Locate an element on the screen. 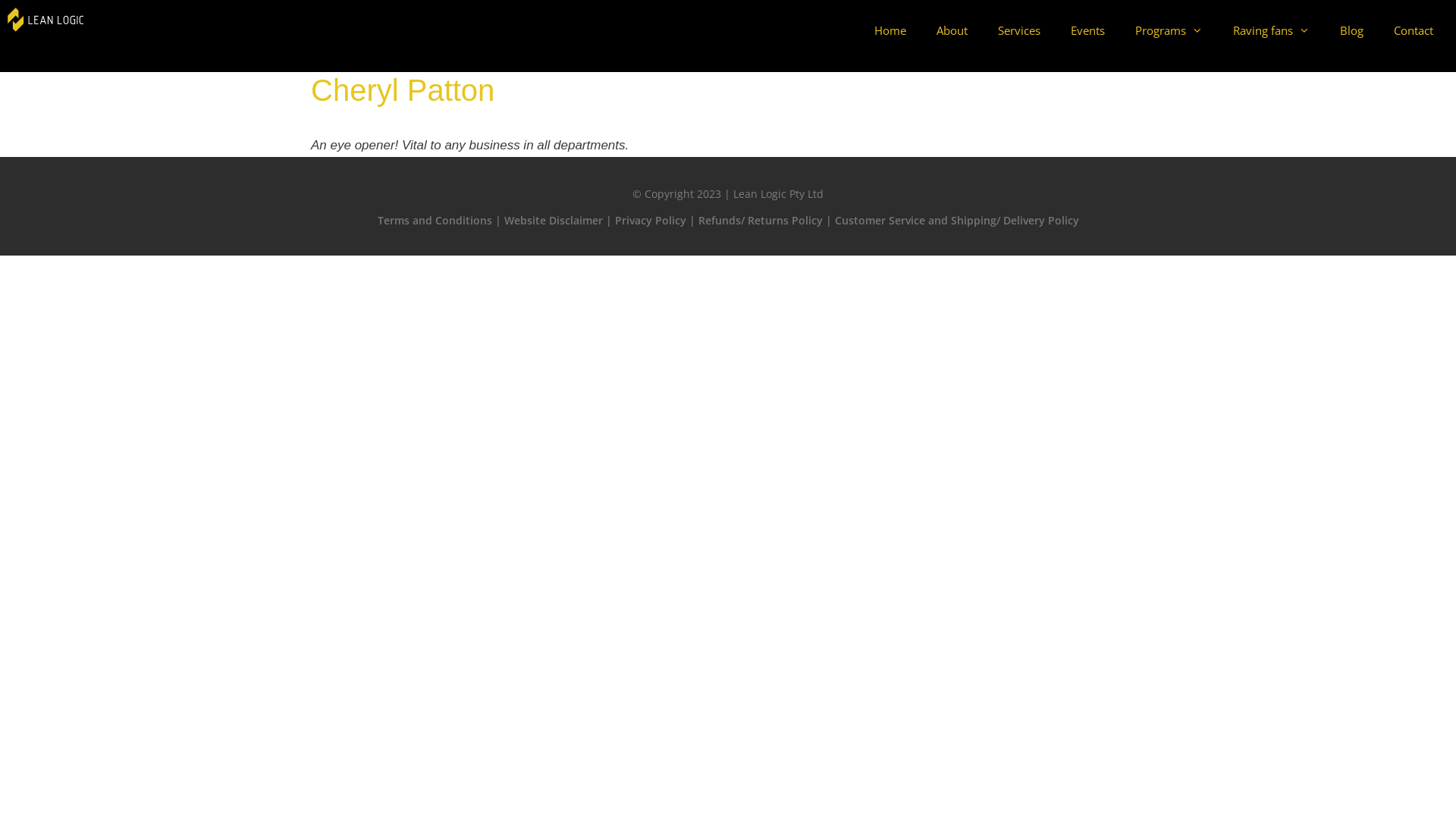 Image resolution: width=1456 pixels, height=819 pixels. 'Refunds/ Returns Policy' is located at coordinates (697, 220).